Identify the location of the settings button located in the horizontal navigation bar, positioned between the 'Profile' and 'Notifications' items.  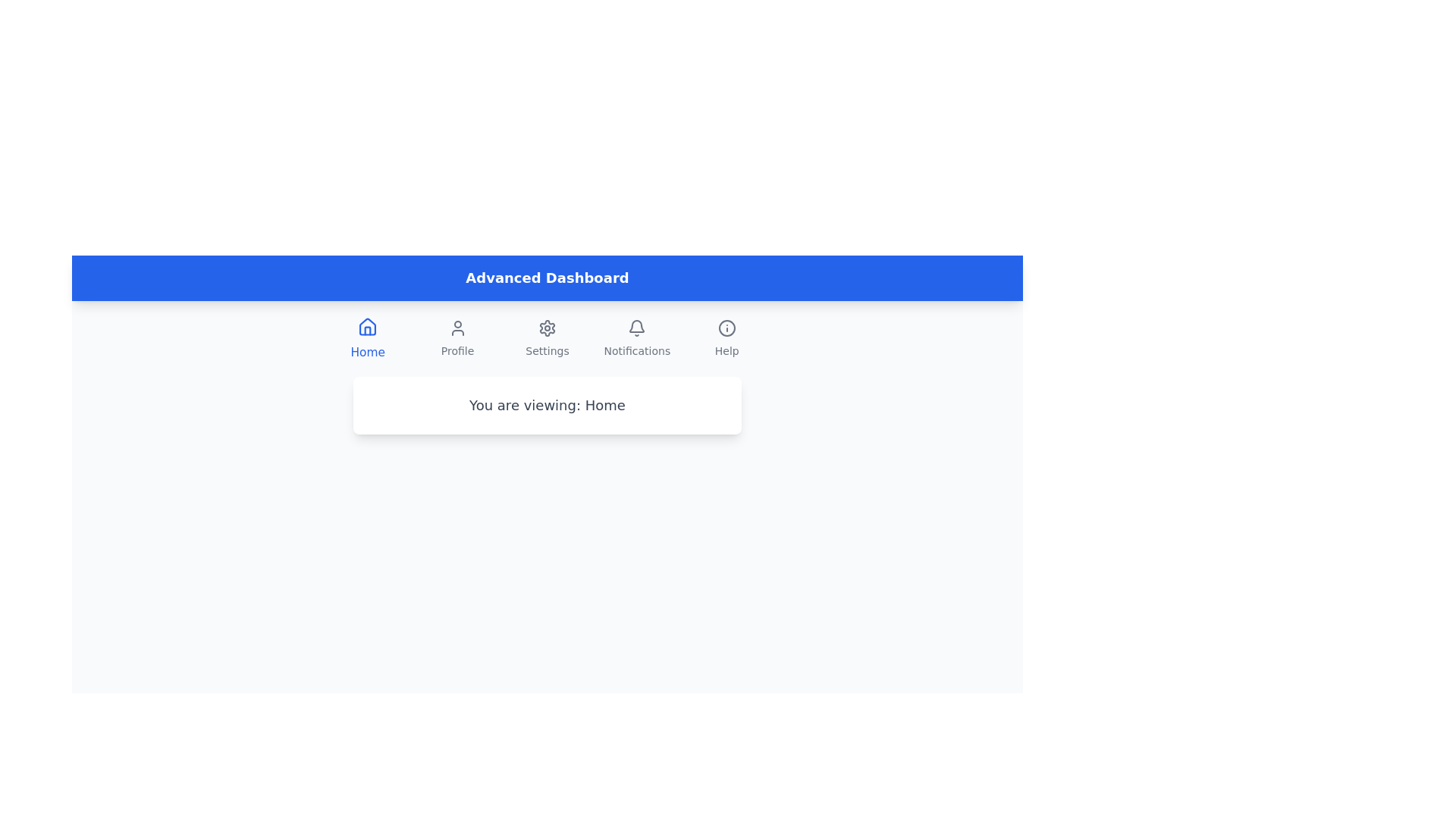
(546, 338).